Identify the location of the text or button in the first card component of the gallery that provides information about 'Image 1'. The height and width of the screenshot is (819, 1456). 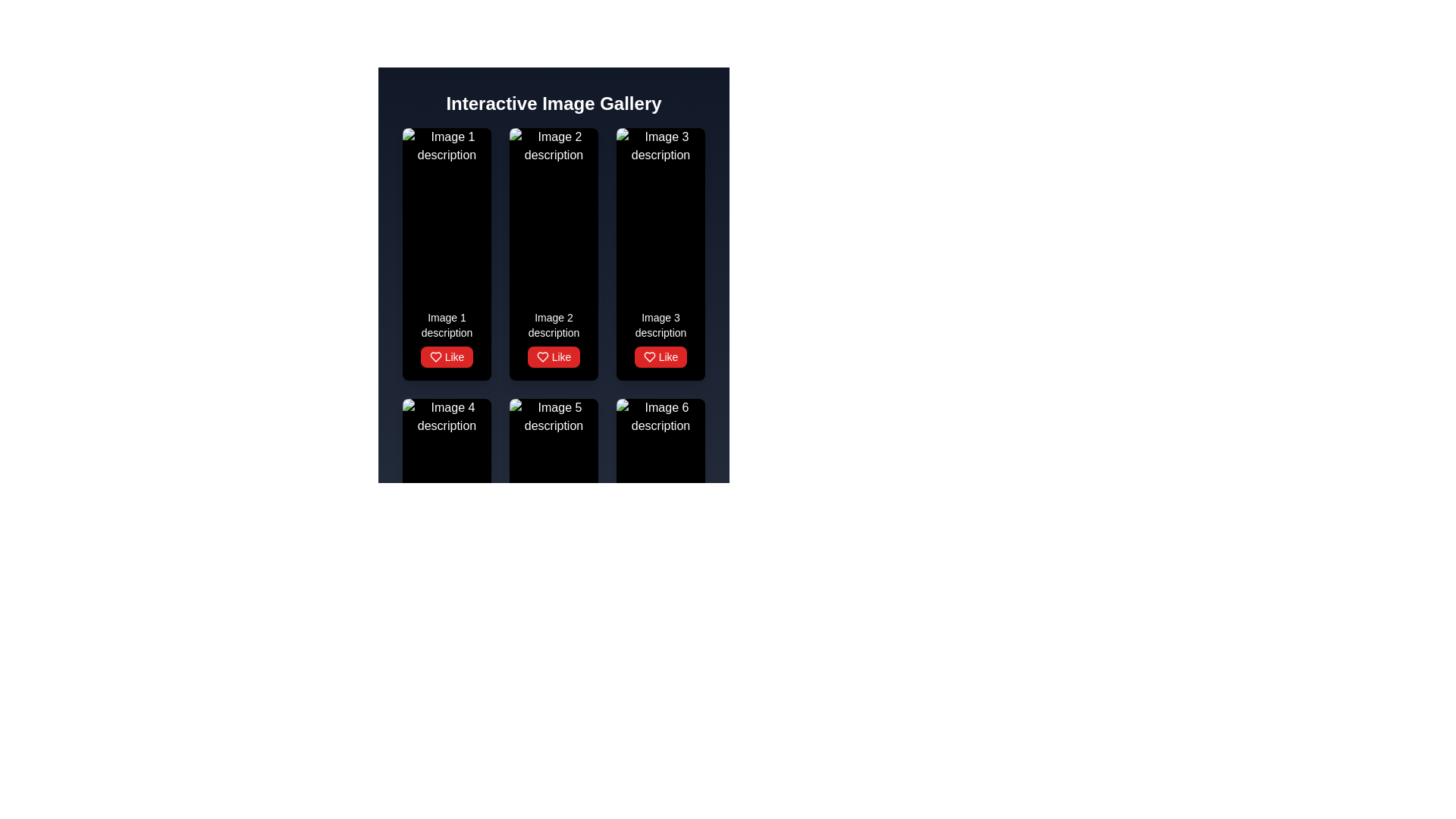
(446, 338).